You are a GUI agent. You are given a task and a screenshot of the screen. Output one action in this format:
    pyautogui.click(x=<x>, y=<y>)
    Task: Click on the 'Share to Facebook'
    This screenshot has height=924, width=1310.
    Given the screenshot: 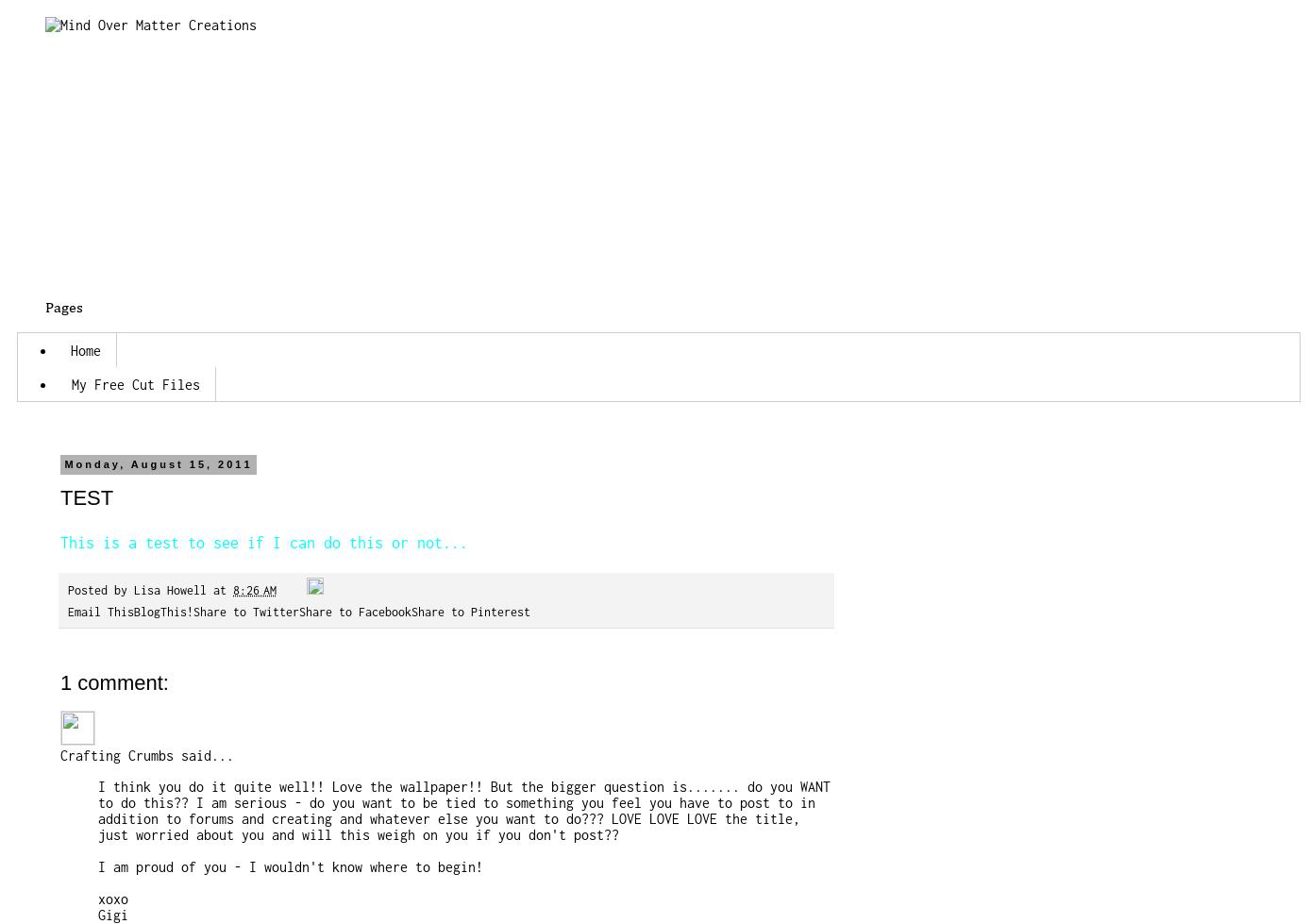 What is the action you would take?
    pyautogui.click(x=355, y=611)
    